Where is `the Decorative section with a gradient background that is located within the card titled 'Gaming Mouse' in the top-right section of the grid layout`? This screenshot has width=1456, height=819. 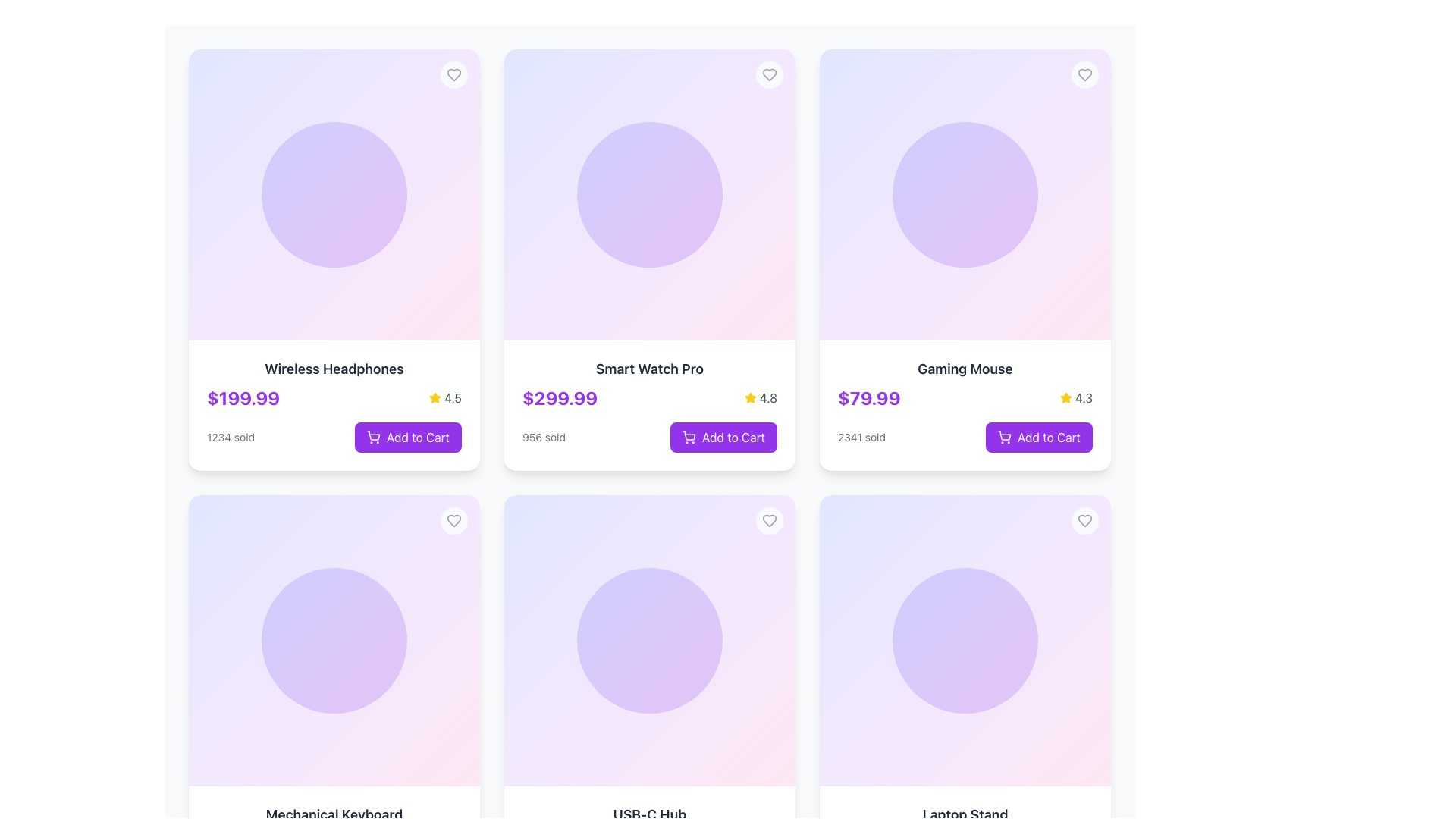 the Decorative section with a gradient background that is located within the card titled 'Gaming Mouse' in the top-right section of the grid layout is located at coordinates (964, 194).